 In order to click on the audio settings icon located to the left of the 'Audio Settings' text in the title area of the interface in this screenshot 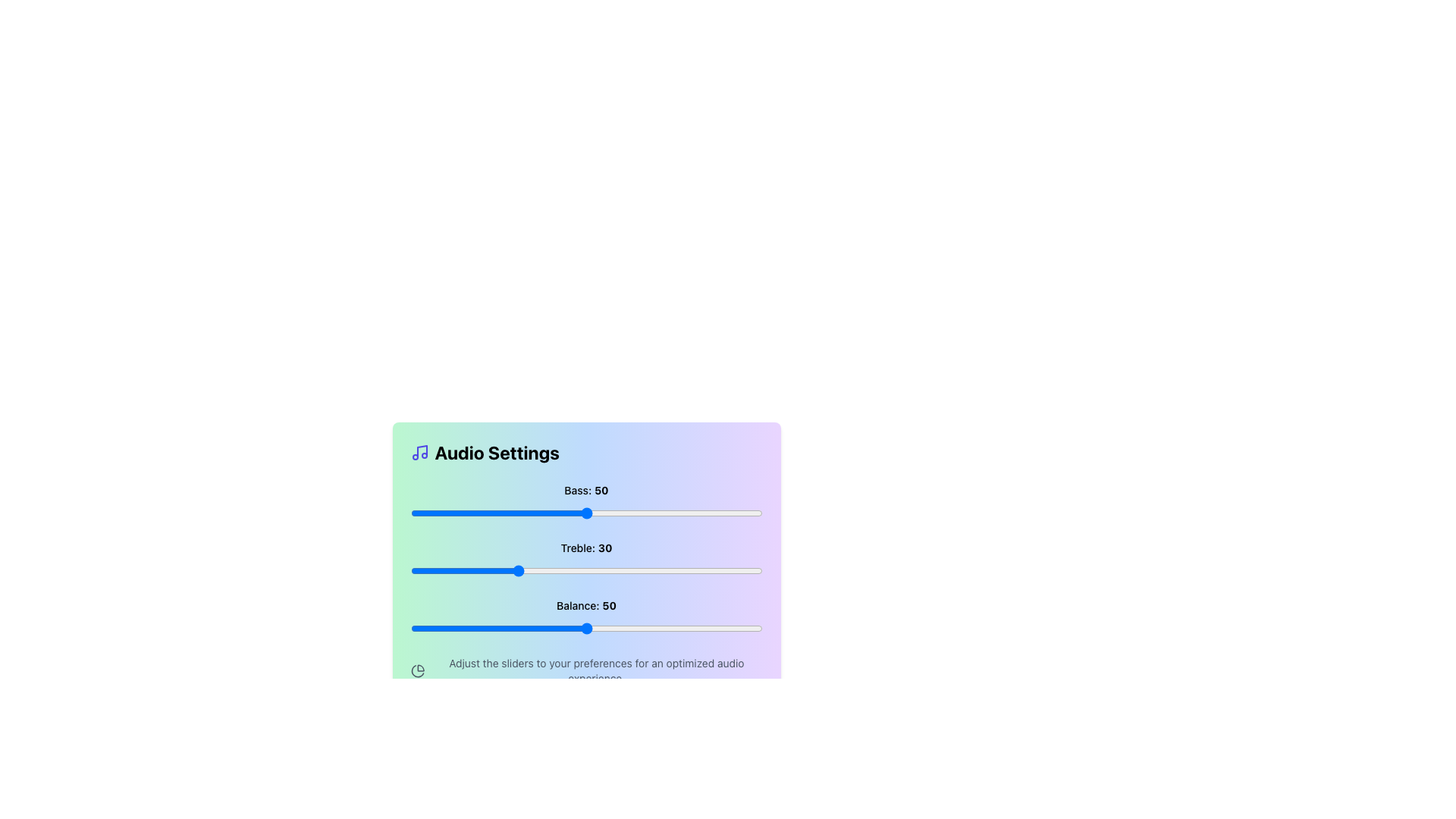, I will do `click(419, 452)`.